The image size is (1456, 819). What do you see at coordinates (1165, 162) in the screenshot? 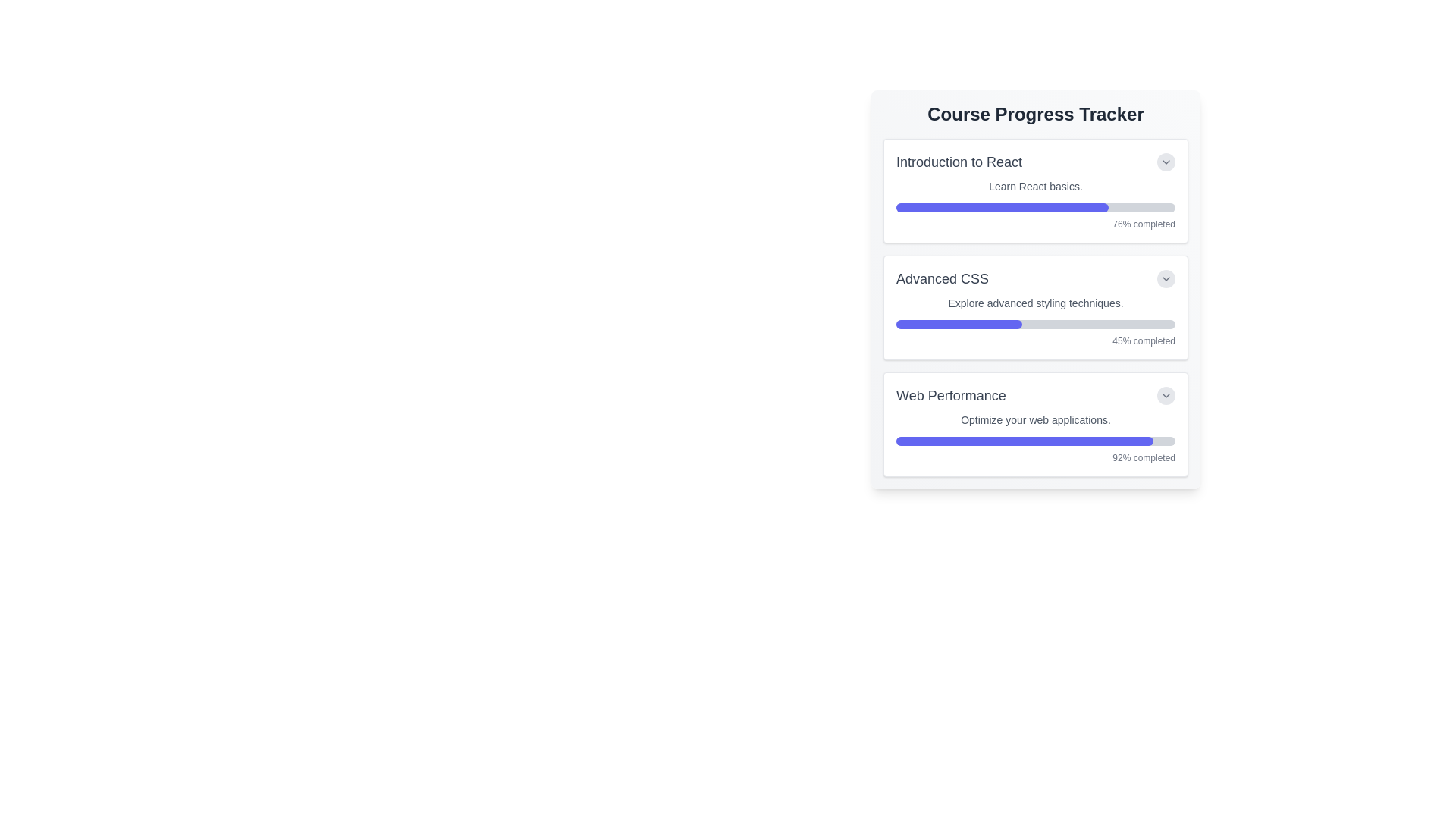
I see `the circular button with a light gray background and a downward pointing arrow icon` at bounding box center [1165, 162].